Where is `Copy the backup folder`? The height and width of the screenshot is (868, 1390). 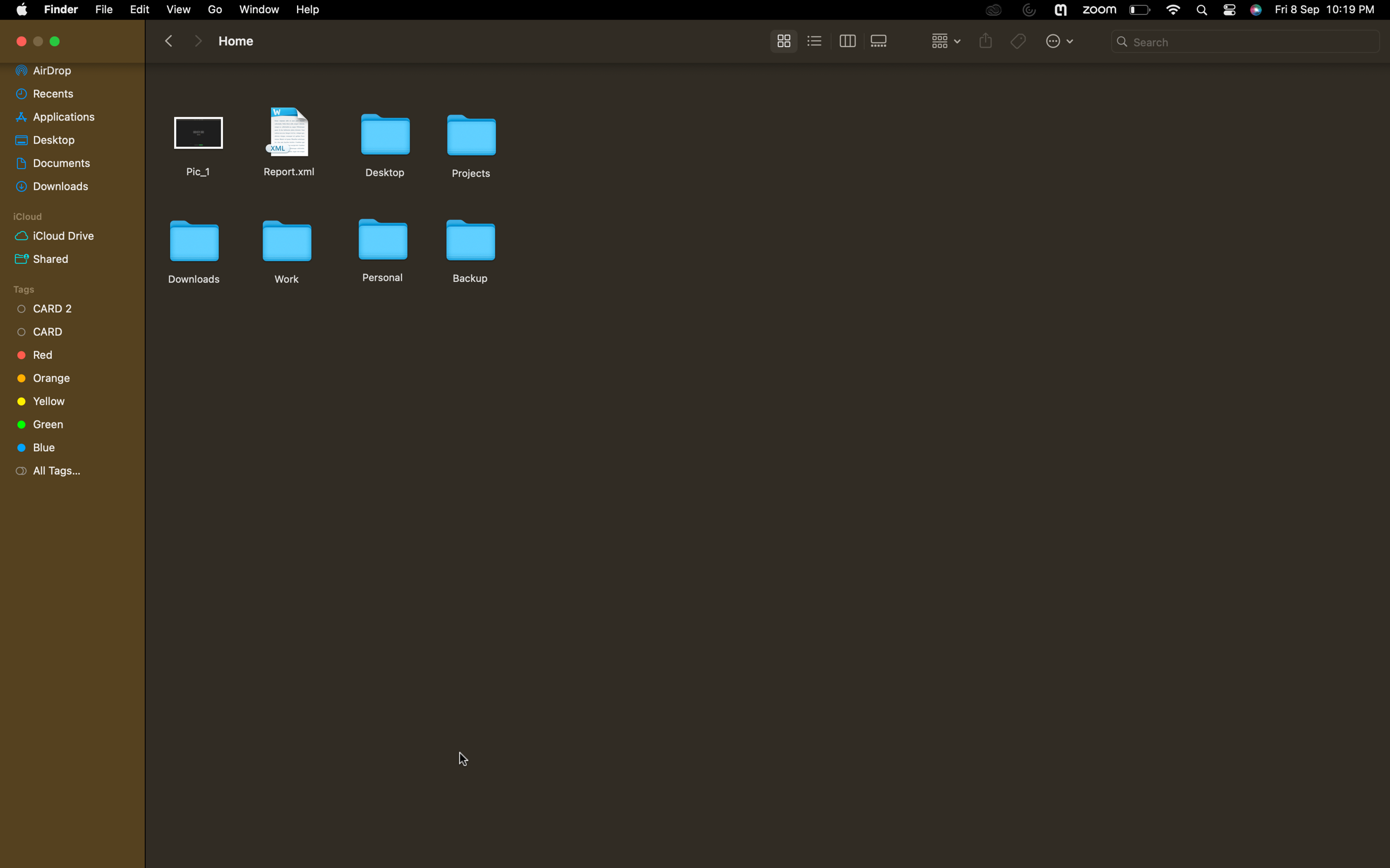
Copy the backup folder is located at coordinates (470, 249).